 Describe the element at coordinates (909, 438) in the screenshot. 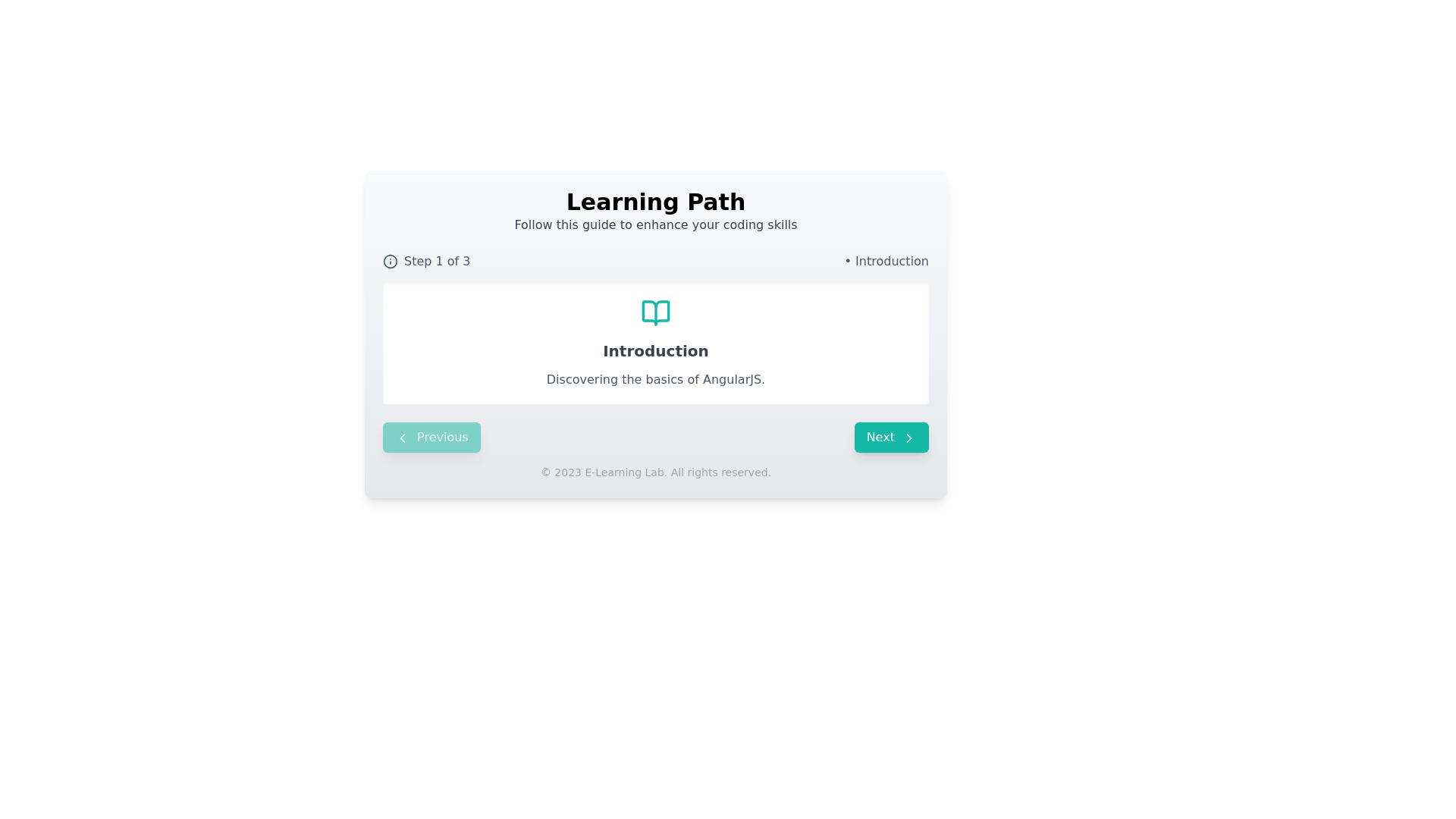

I see `the chevron icon indicating directionality within the 'Next' button` at that location.